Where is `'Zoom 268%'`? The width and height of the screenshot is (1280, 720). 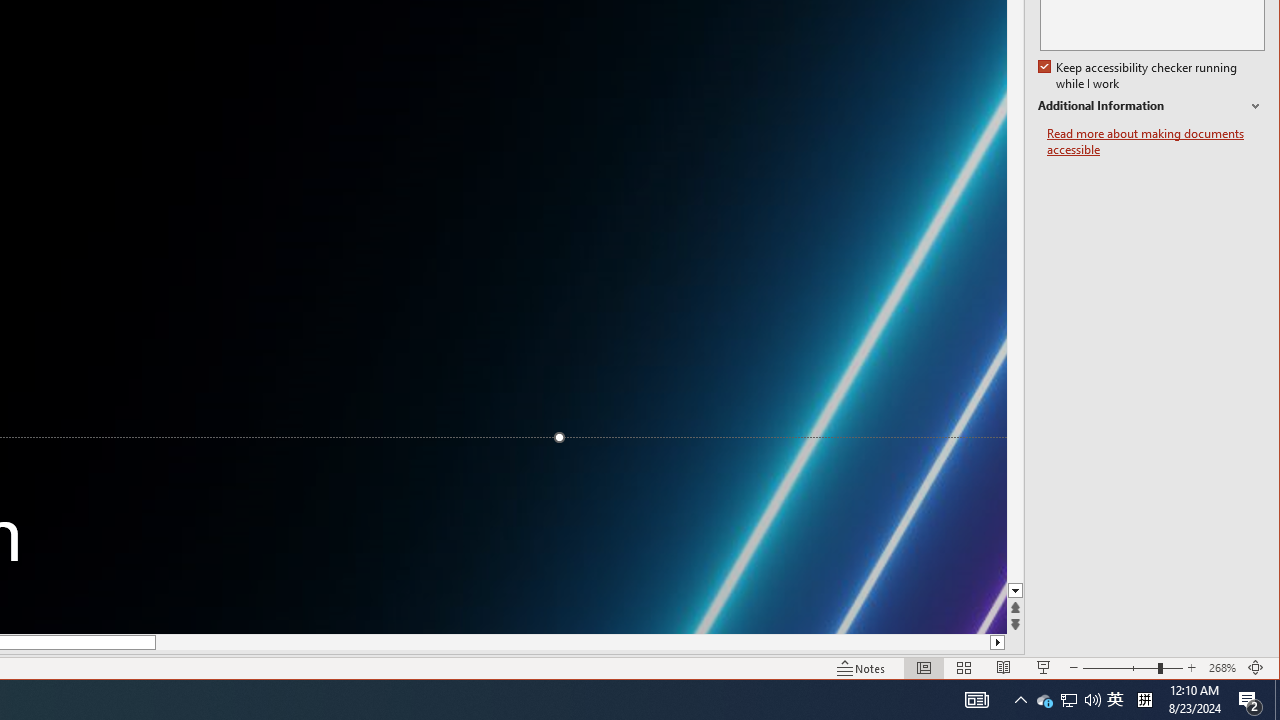
'Zoom 268%' is located at coordinates (1221, 668).